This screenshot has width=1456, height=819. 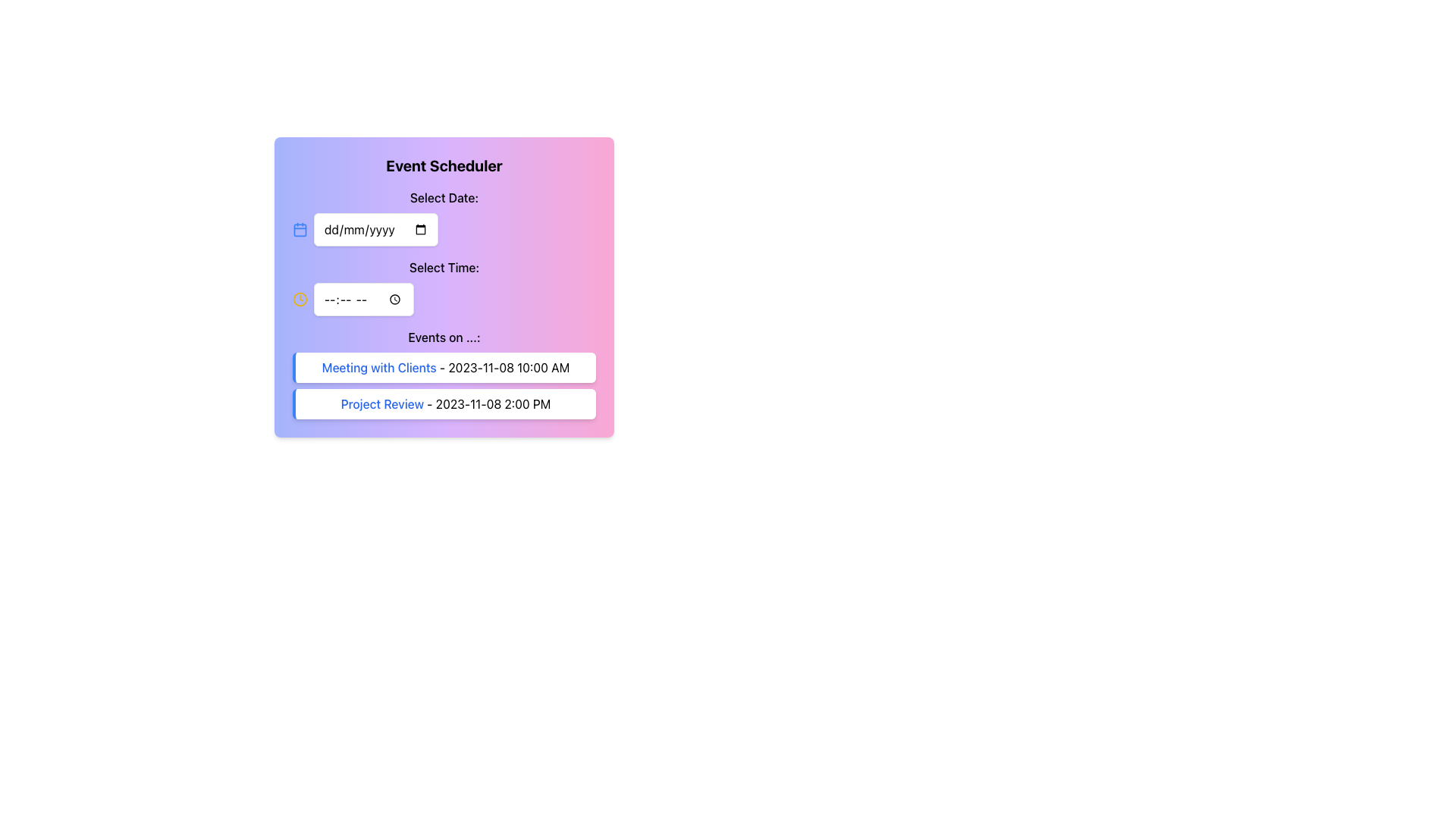 What do you see at coordinates (443, 385) in the screenshot?
I see `the second event entry in the list titled 'Project Review - 2023-11-08 2:00 PM' by clicking on it` at bounding box center [443, 385].